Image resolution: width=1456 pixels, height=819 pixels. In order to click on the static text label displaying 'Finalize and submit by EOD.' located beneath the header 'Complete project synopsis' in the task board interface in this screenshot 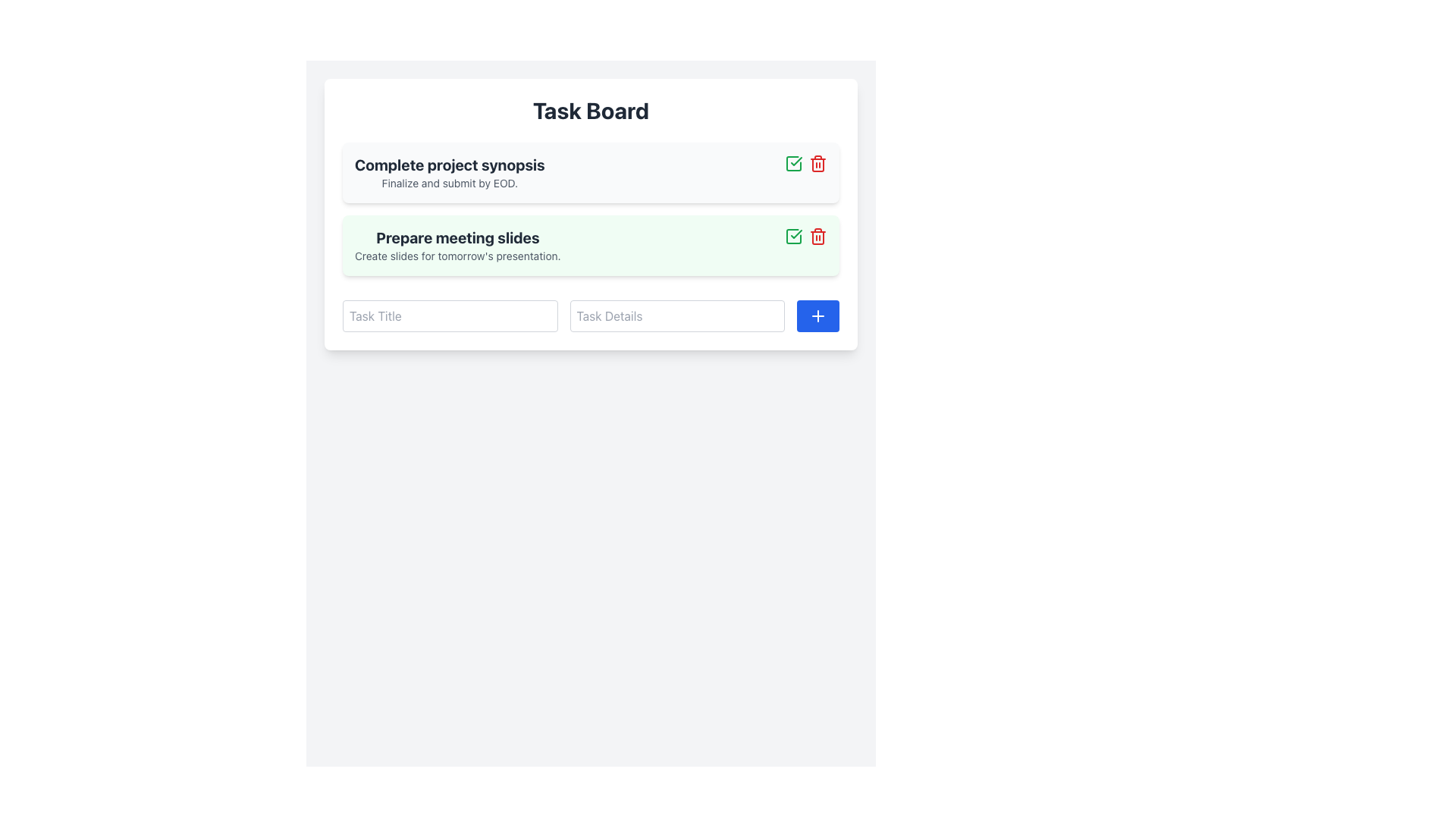, I will do `click(449, 183)`.